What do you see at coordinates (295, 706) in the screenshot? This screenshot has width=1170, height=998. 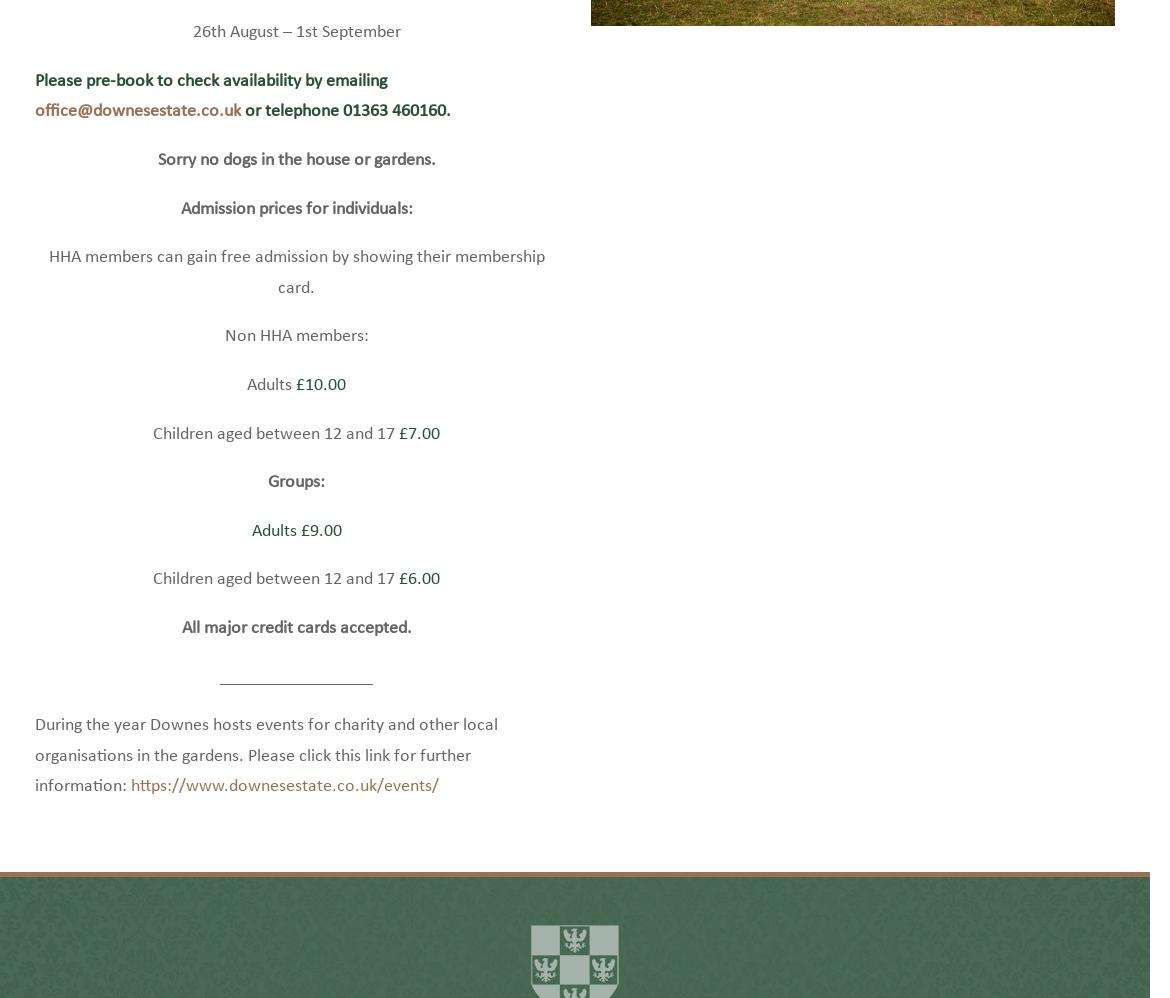 I see `'_________________'` at bounding box center [295, 706].